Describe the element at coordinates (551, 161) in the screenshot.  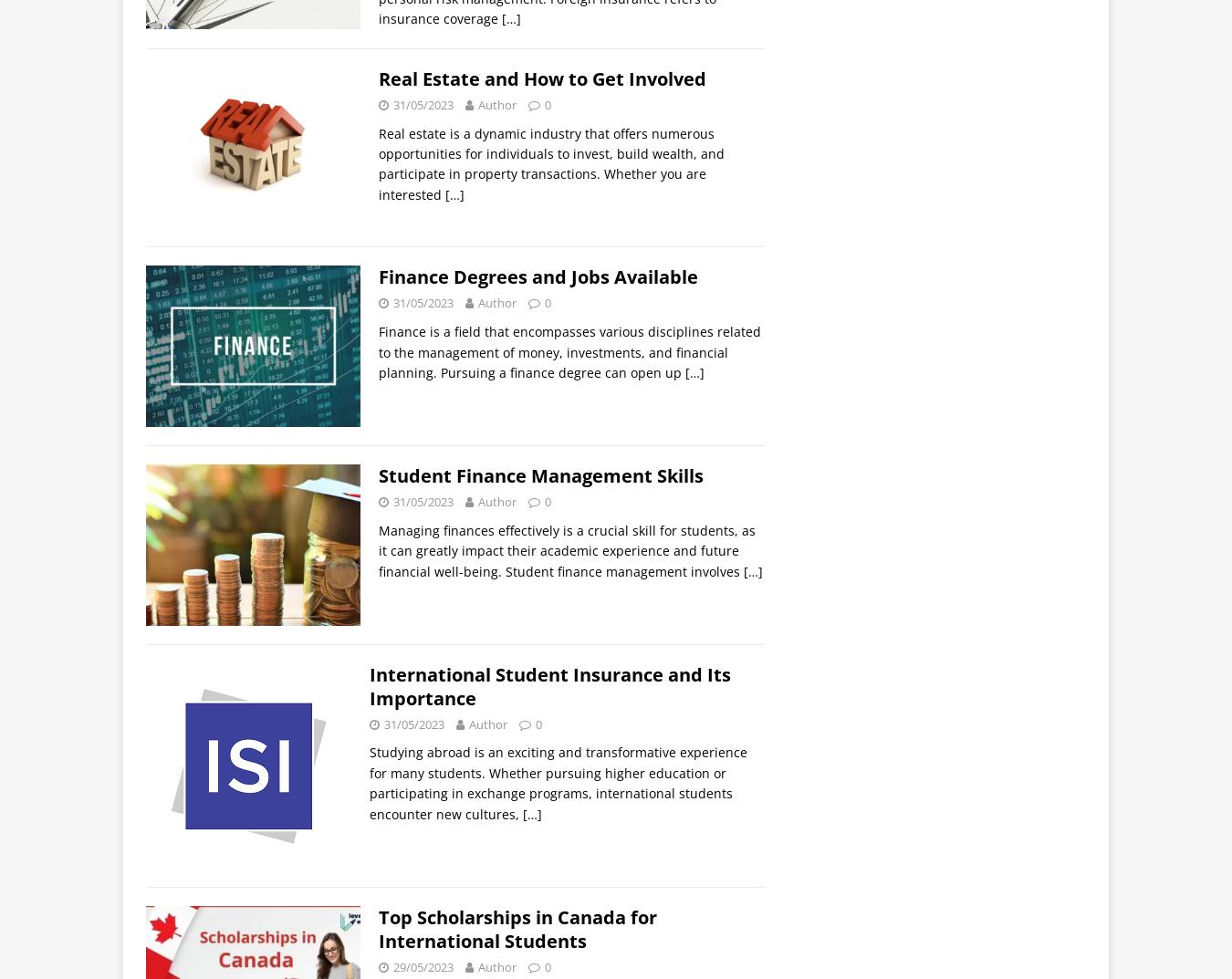
I see `'Real estate is a dynamic industry that offers numerous opportunities for individuals to invest, build wealth, and participate in property transactions. Whether you are interested'` at that location.